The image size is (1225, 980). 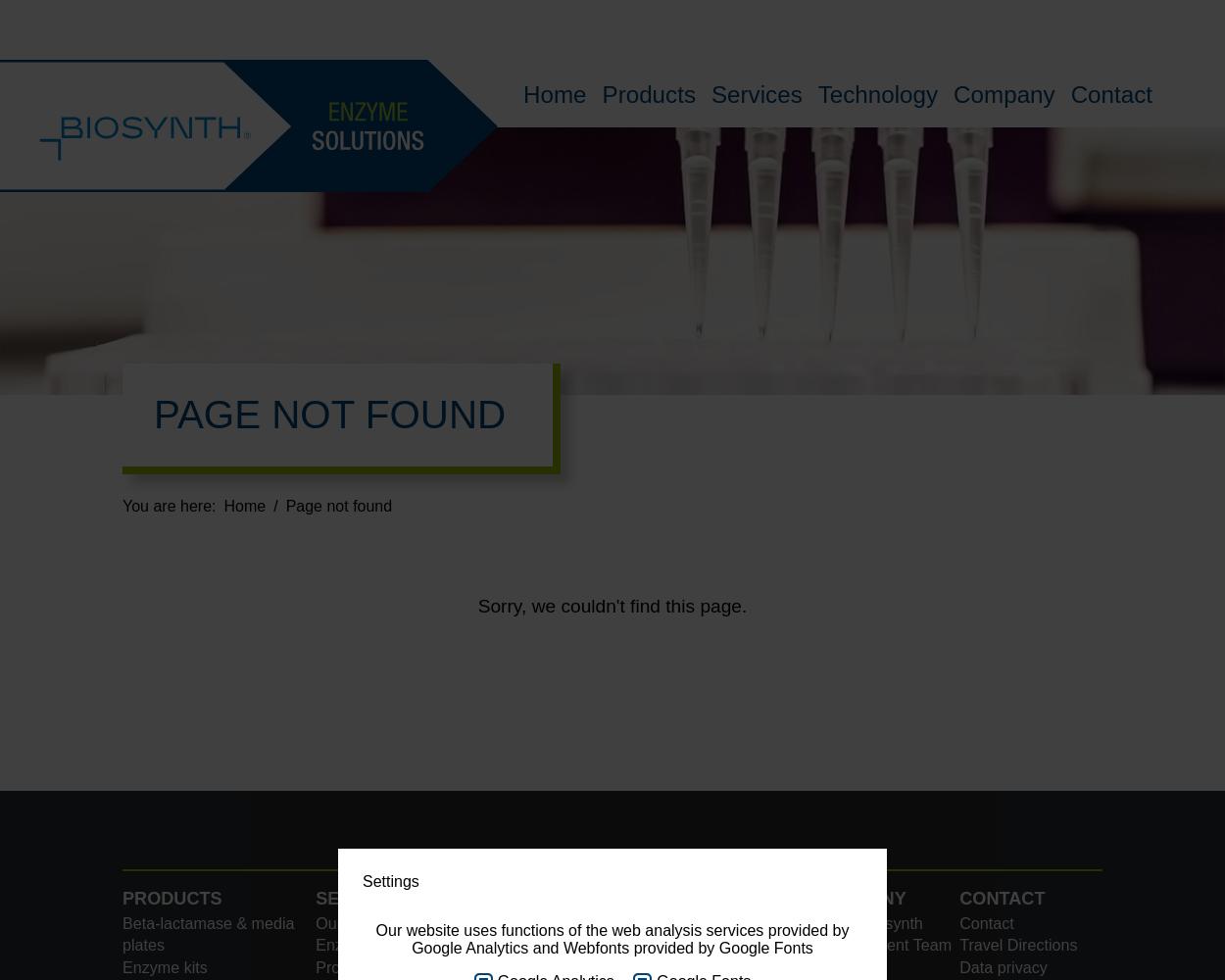 I want to click on 'Travel Directions', so click(x=958, y=944).